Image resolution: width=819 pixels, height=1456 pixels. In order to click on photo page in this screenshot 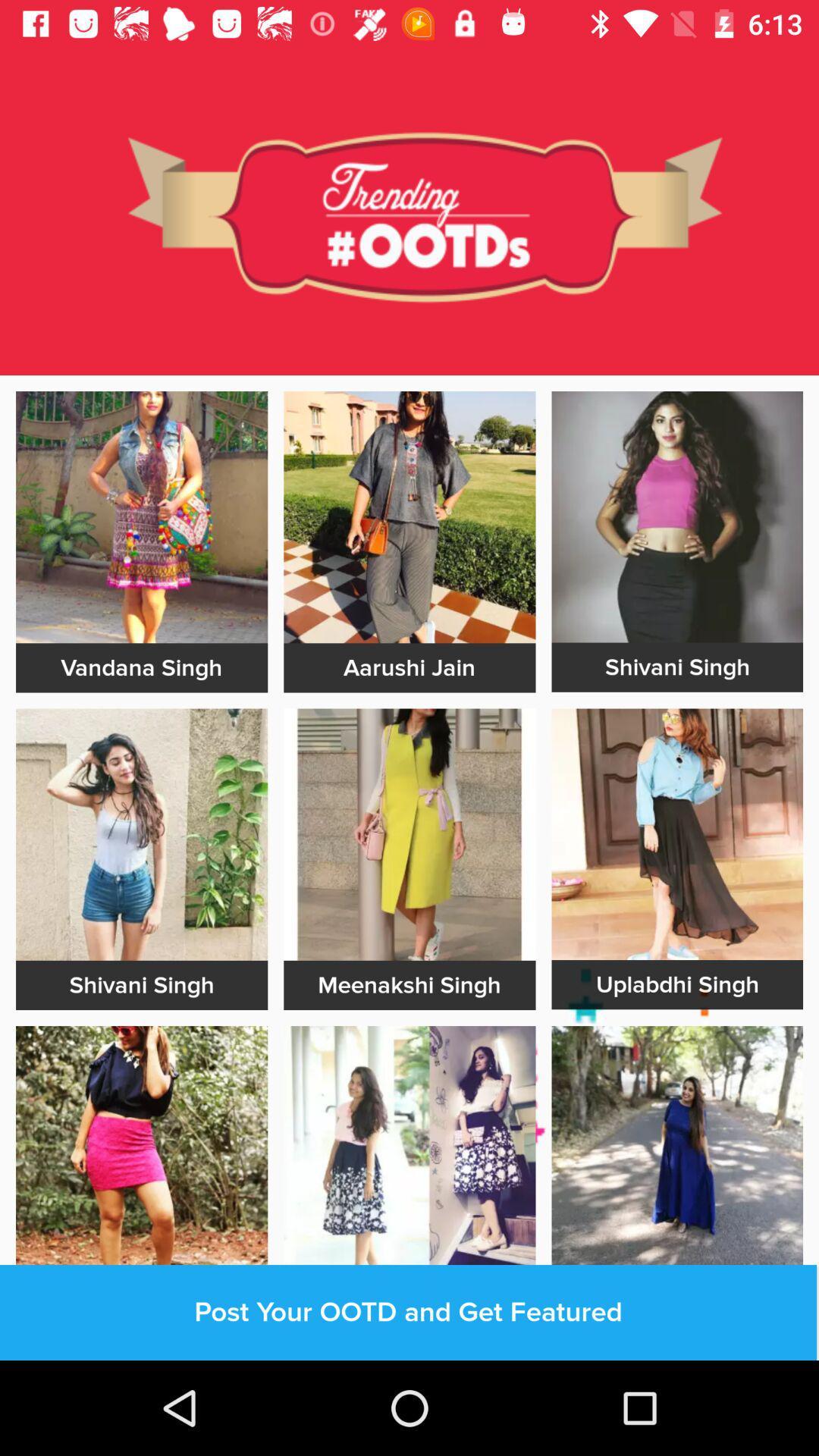, I will do `click(409, 517)`.